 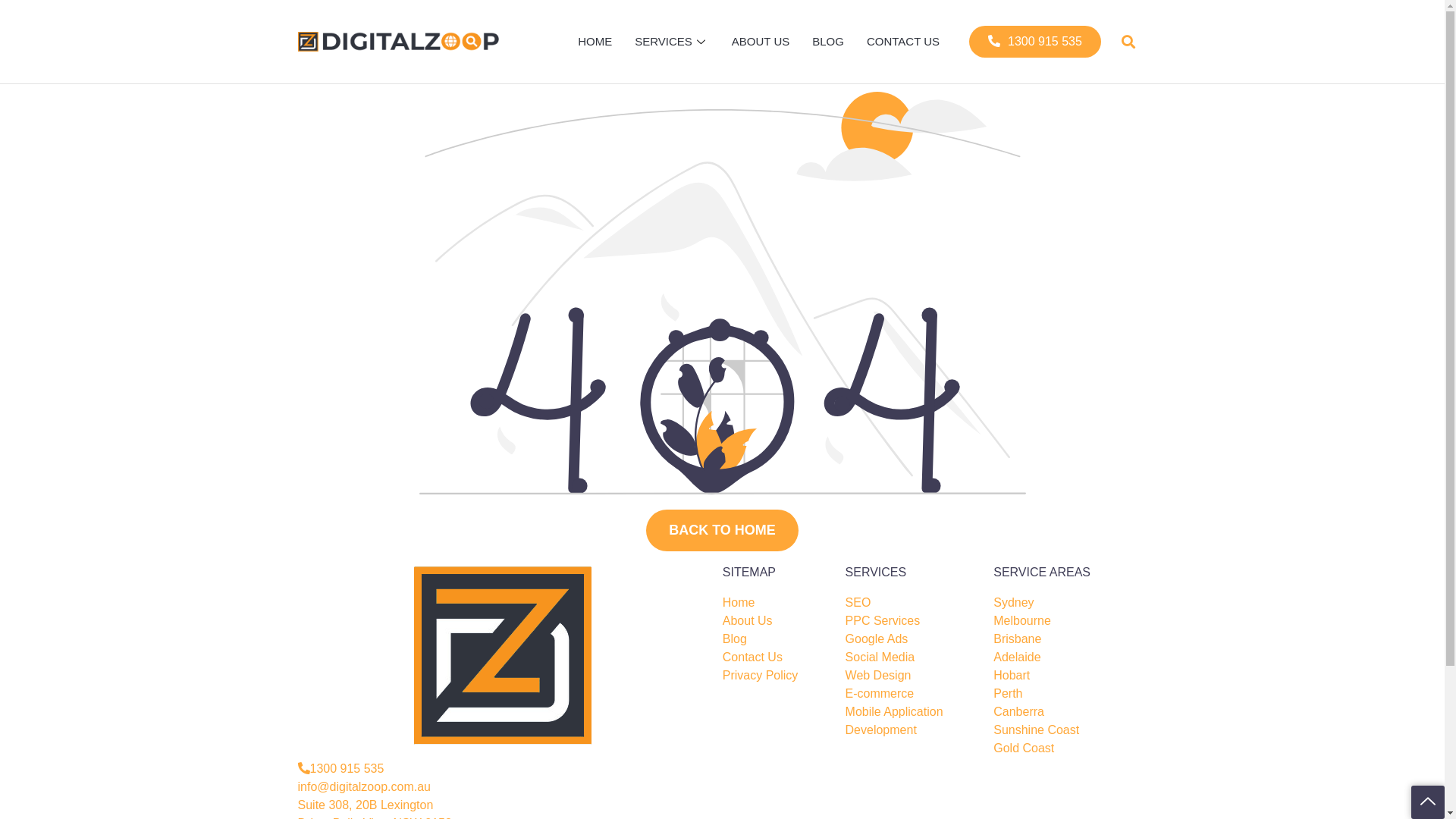 What do you see at coordinates (880, 657) in the screenshot?
I see `'Social Media'` at bounding box center [880, 657].